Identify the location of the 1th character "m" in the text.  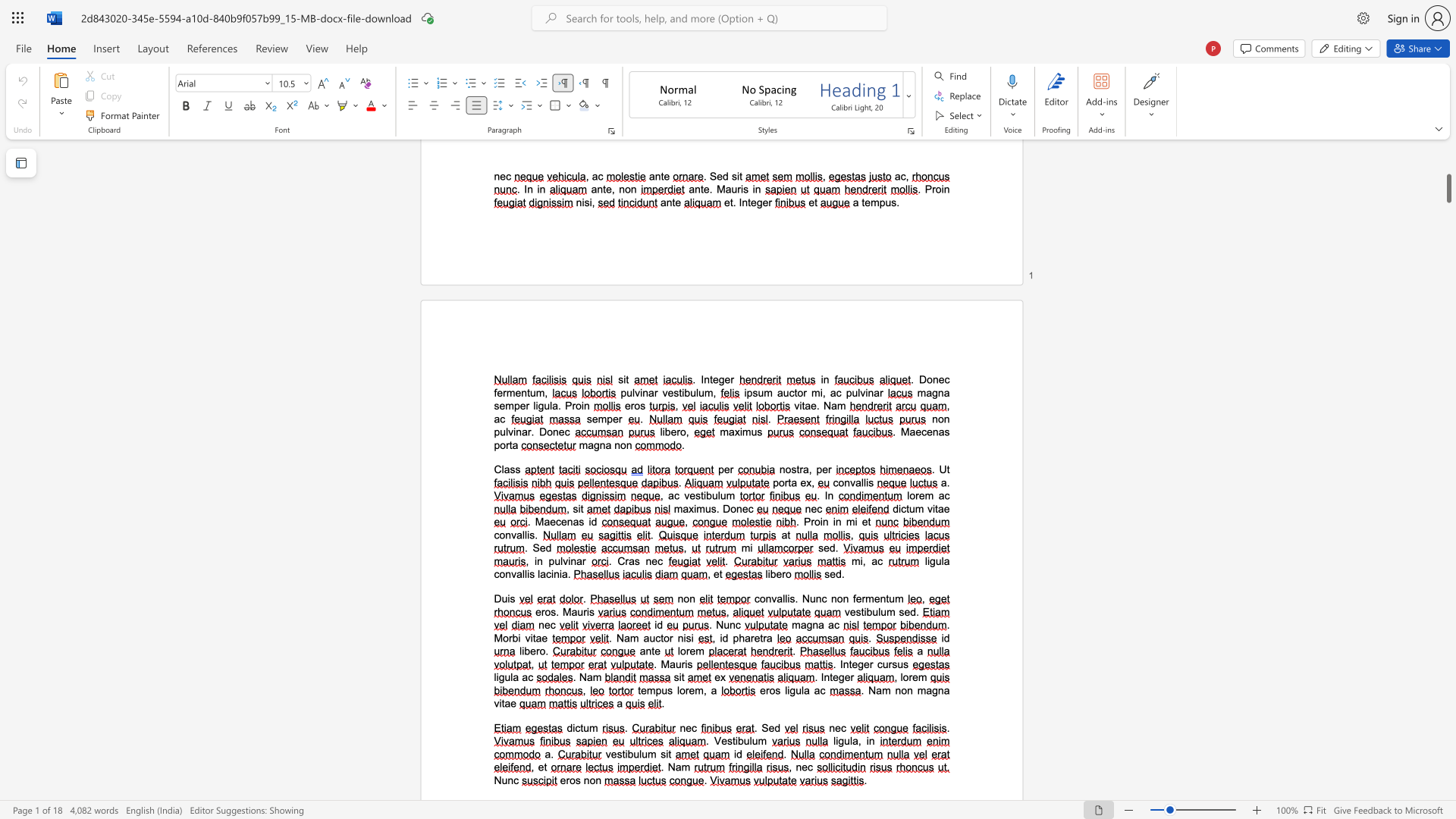
(767, 391).